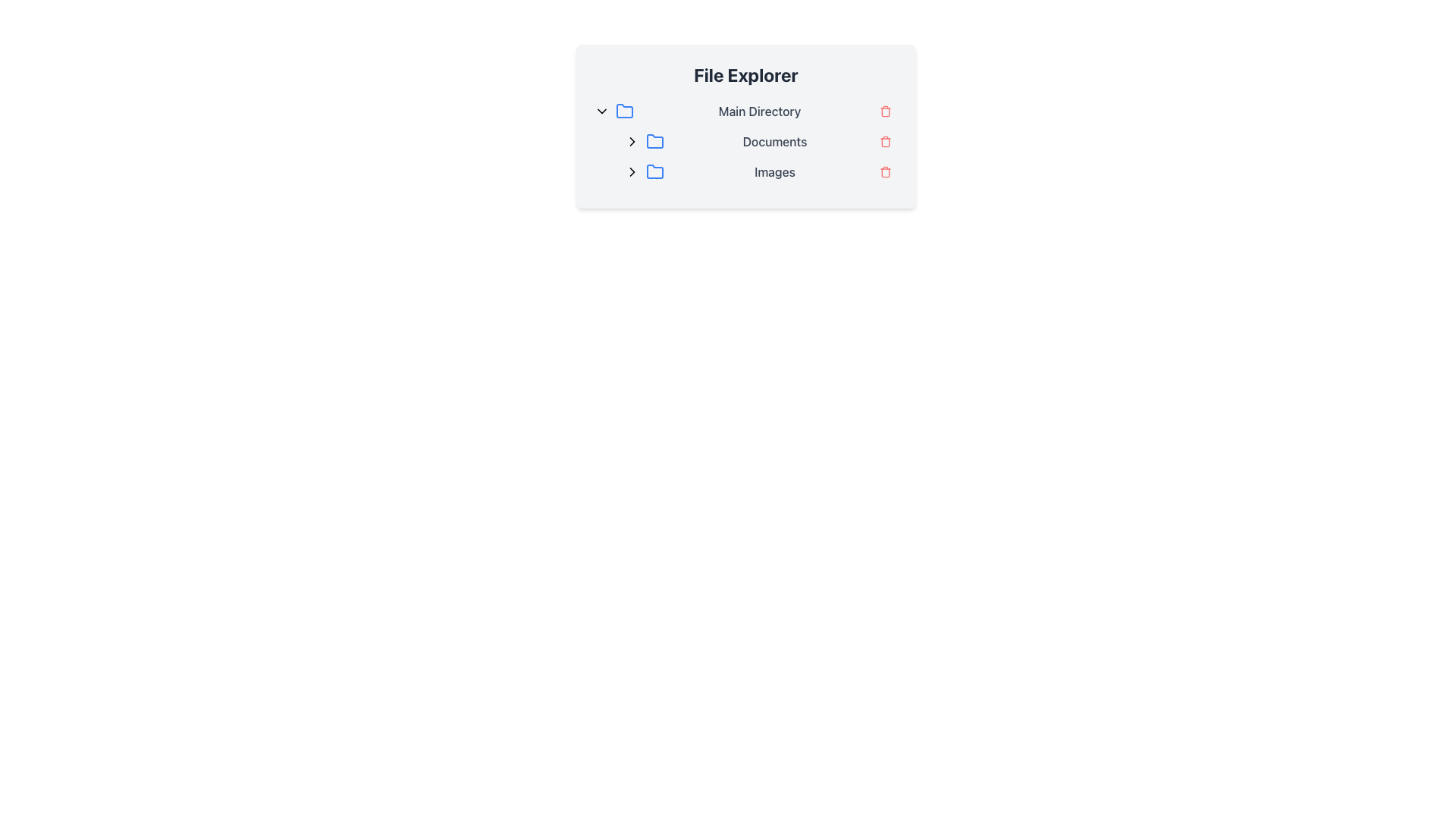  I want to click on the delete icon for the 'Main Directory' item in the file explorer, which is represented by a trash can icon and located at the rightmost end of the corresponding row, so click(885, 111).